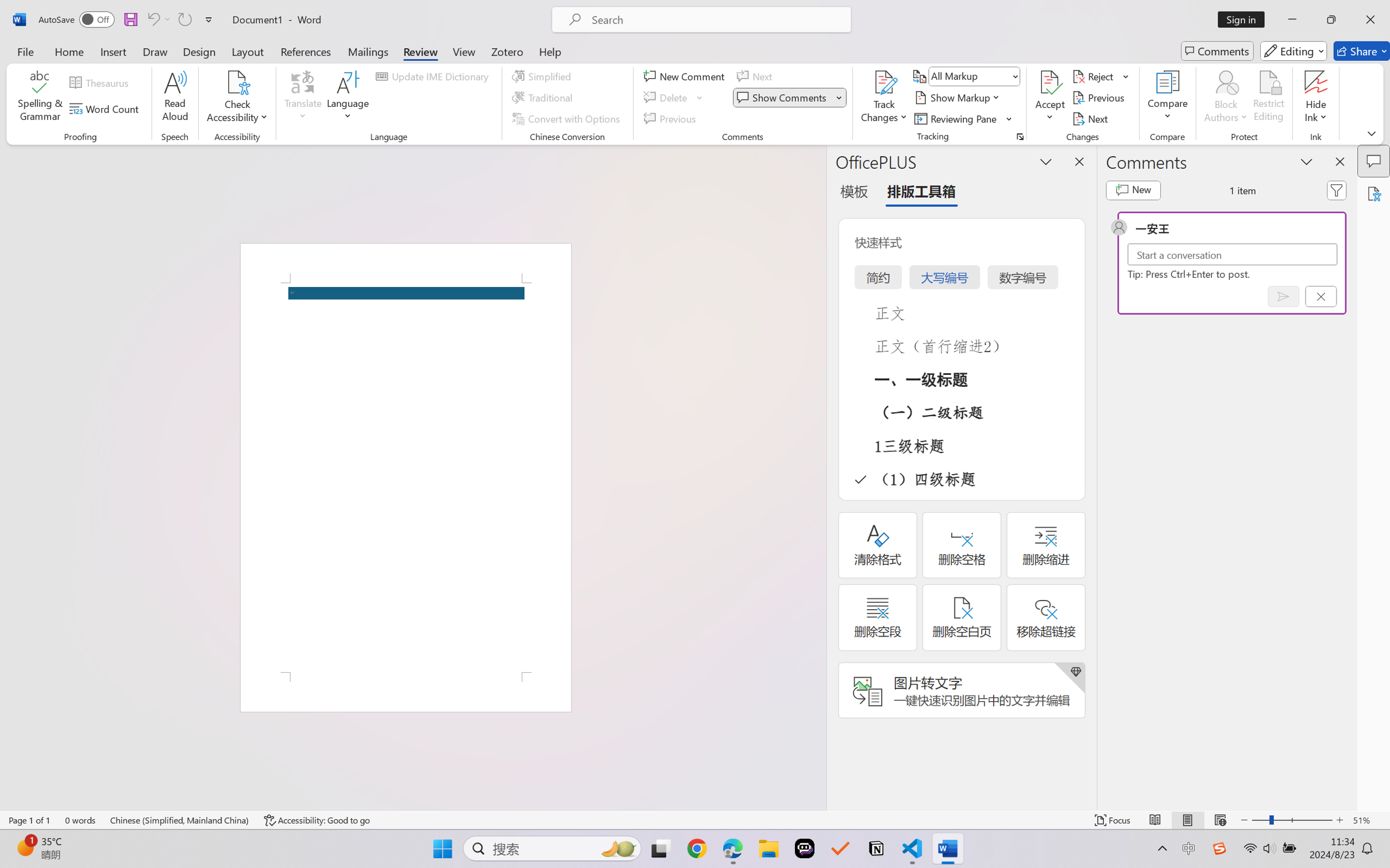 This screenshot has height=868, width=1390. I want to click on 'Reviewing Pane', so click(963, 119).